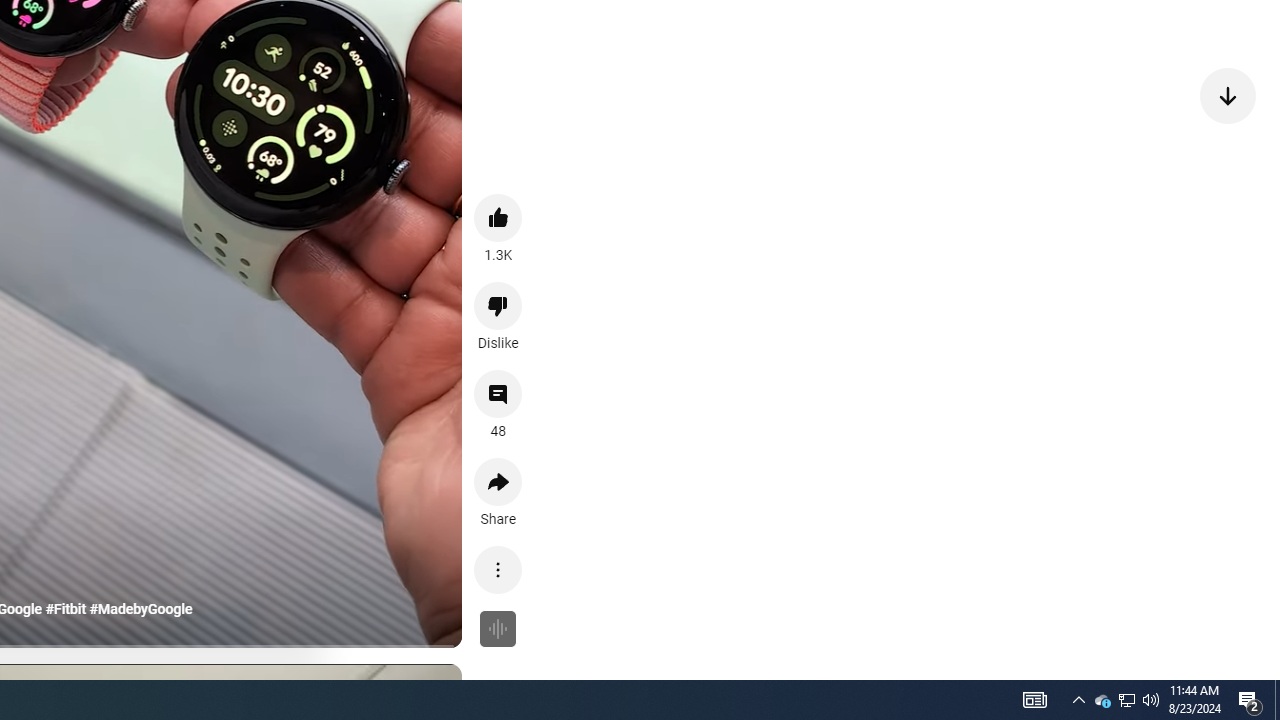 This screenshot has height=720, width=1280. What do you see at coordinates (498, 394) in the screenshot?
I see `'View 48 comments'` at bounding box center [498, 394].